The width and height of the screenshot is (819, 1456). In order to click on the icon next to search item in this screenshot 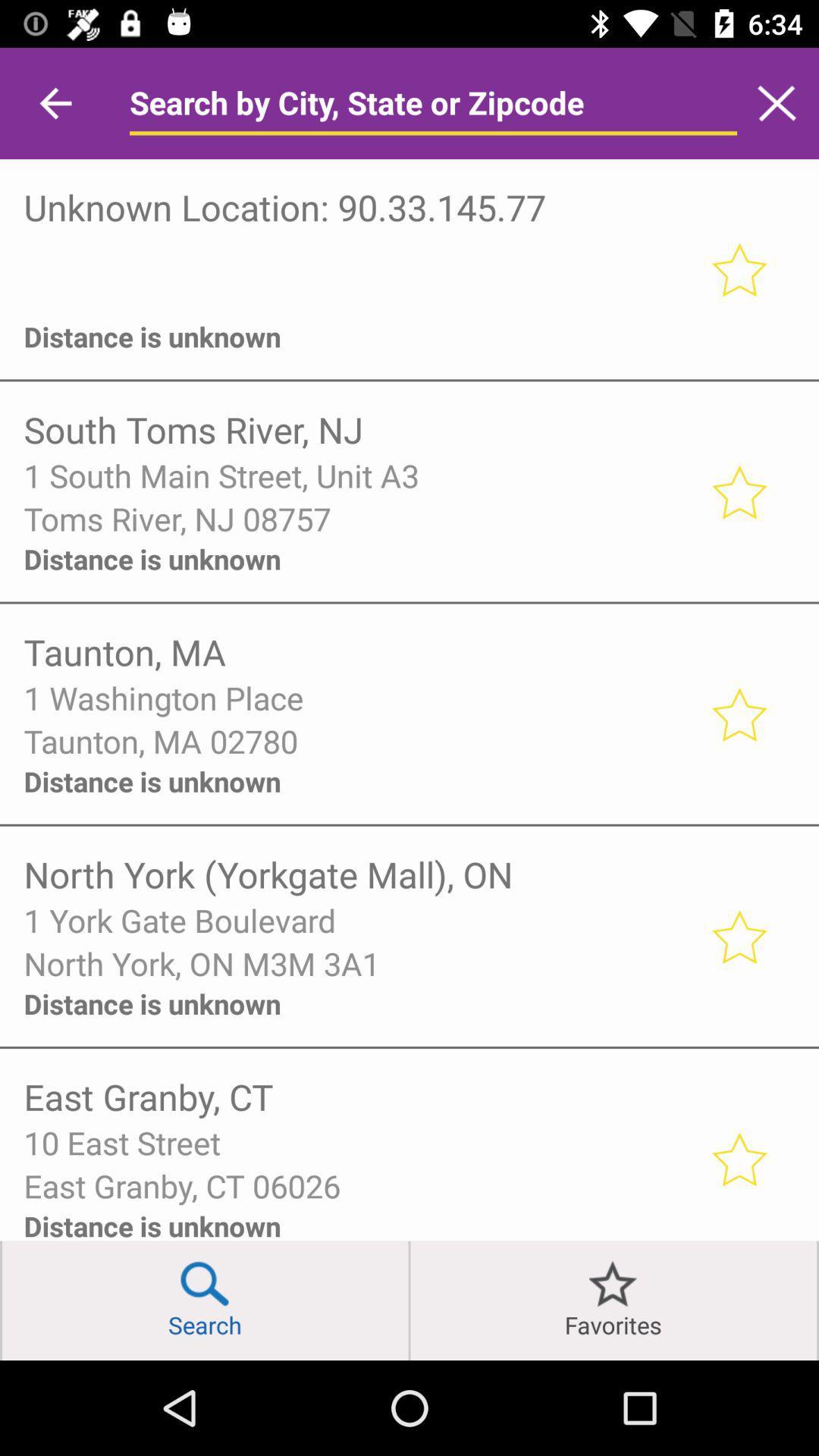, I will do `click(1, 1300)`.